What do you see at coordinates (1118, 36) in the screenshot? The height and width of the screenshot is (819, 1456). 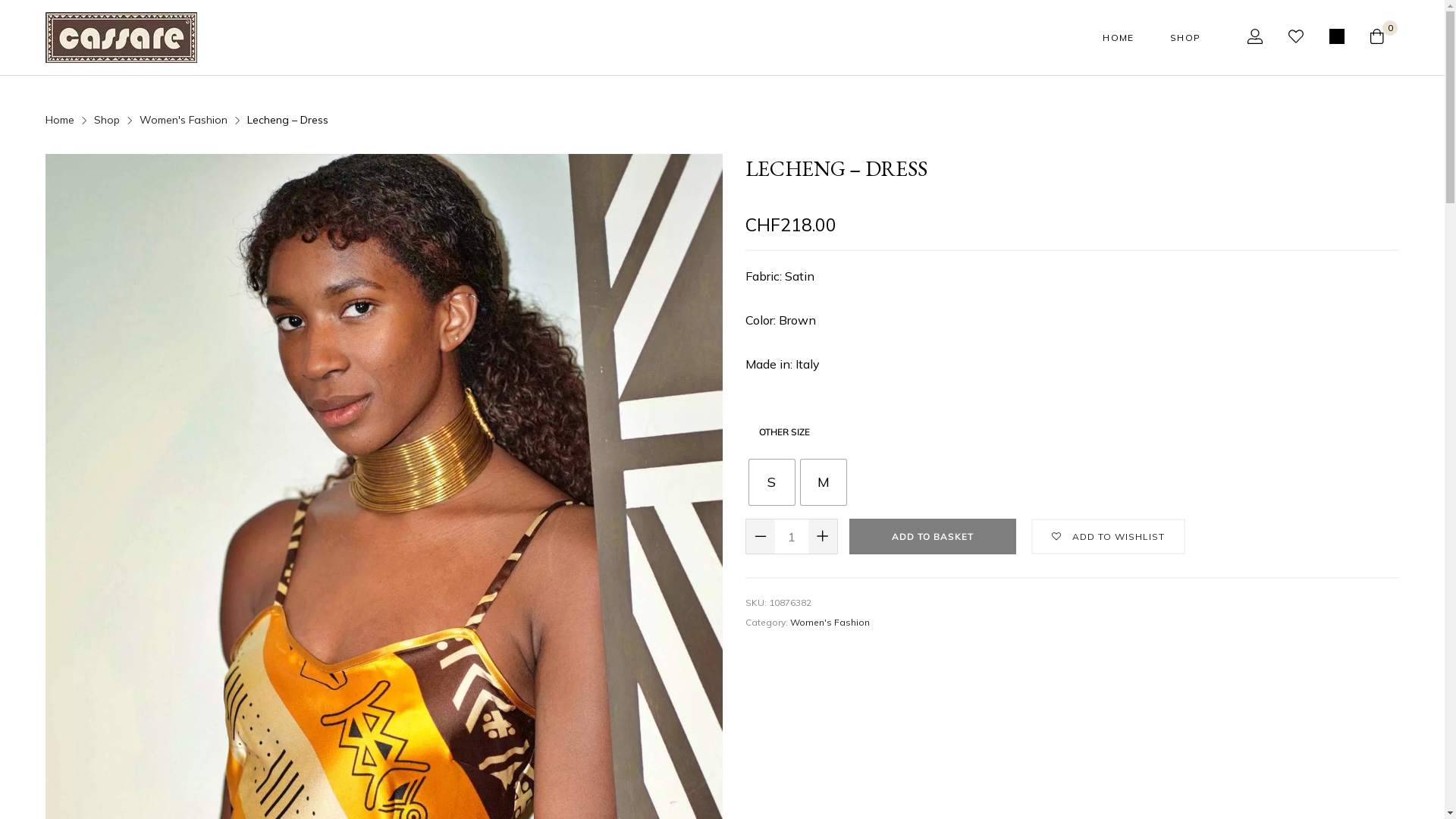 I see `'HOME'` at bounding box center [1118, 36].